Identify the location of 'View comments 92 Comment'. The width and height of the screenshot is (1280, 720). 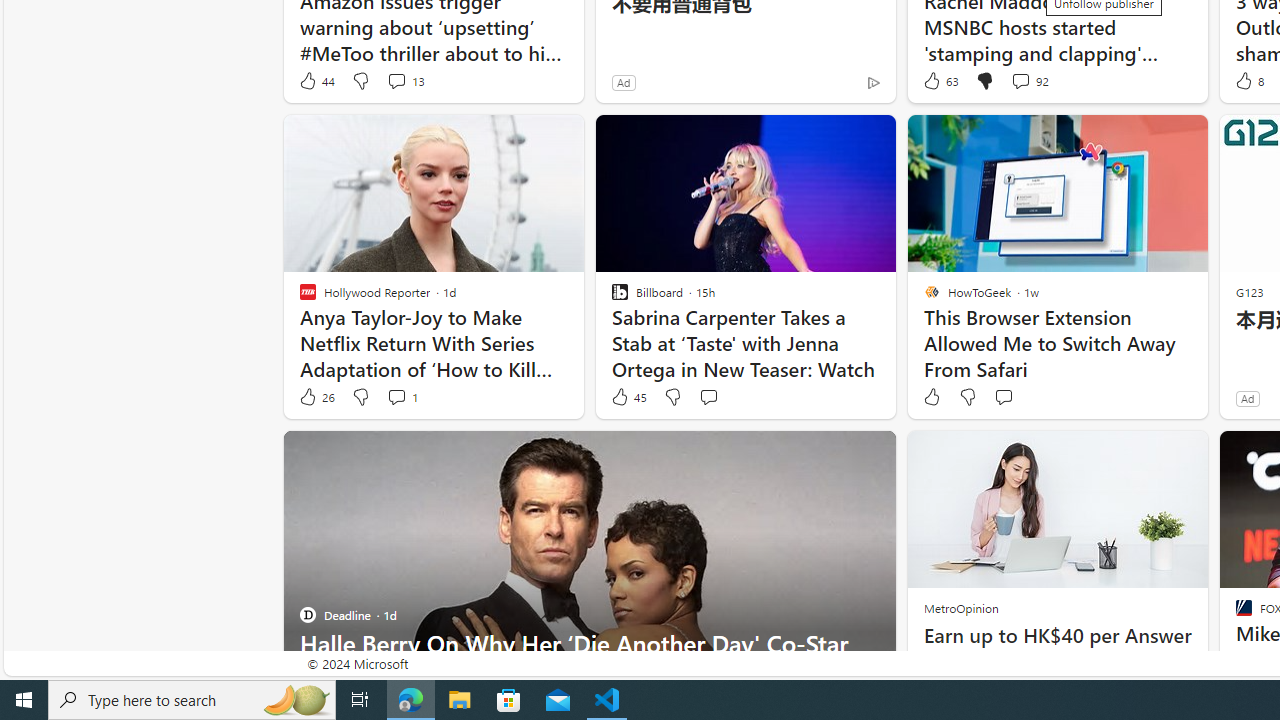
(1029, 80).